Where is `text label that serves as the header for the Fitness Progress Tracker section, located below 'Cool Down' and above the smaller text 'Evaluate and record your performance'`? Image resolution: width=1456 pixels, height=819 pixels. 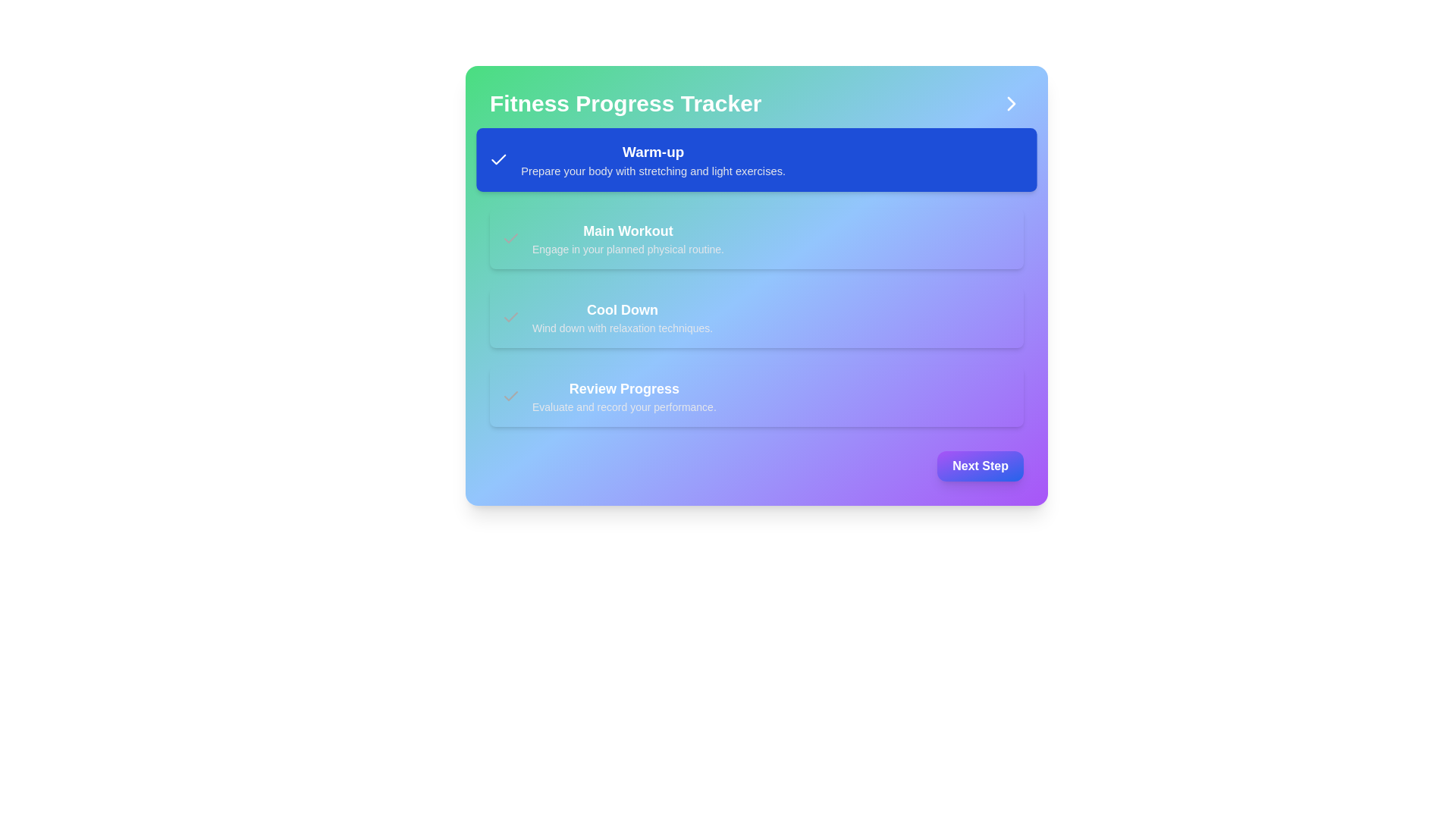
text label that serves as the header for the Fitness Progress Tracker section, located below 'Cool Down' and above the smaller text 'Evaluate and record your performance' is located at coordinates (624, 388).